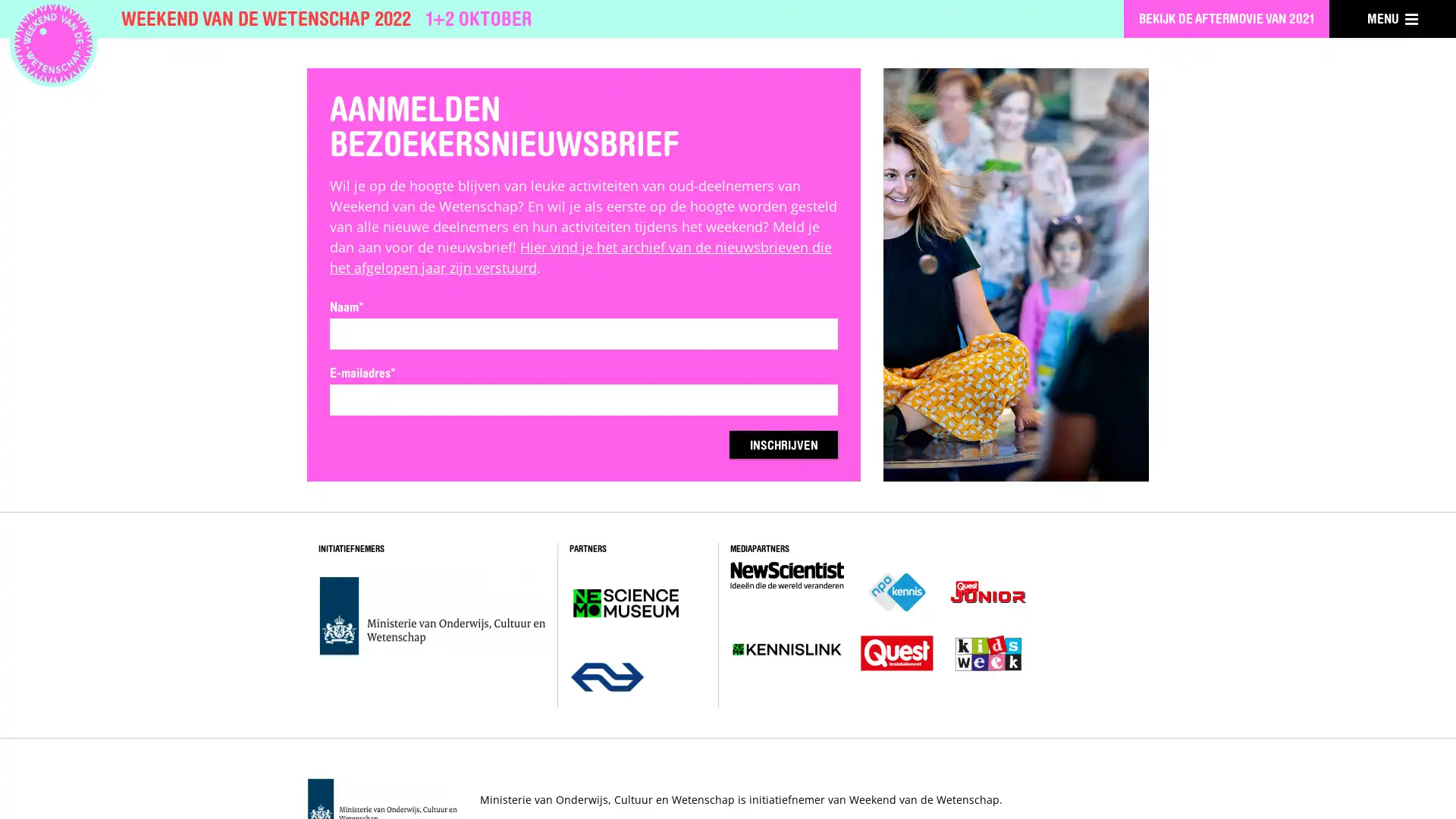 This screenshot has width=1456, height=819. What do you see at coordinates (776, 444) in the screenshot?
I see `Inschrijven` at bounding box center [776, 444].